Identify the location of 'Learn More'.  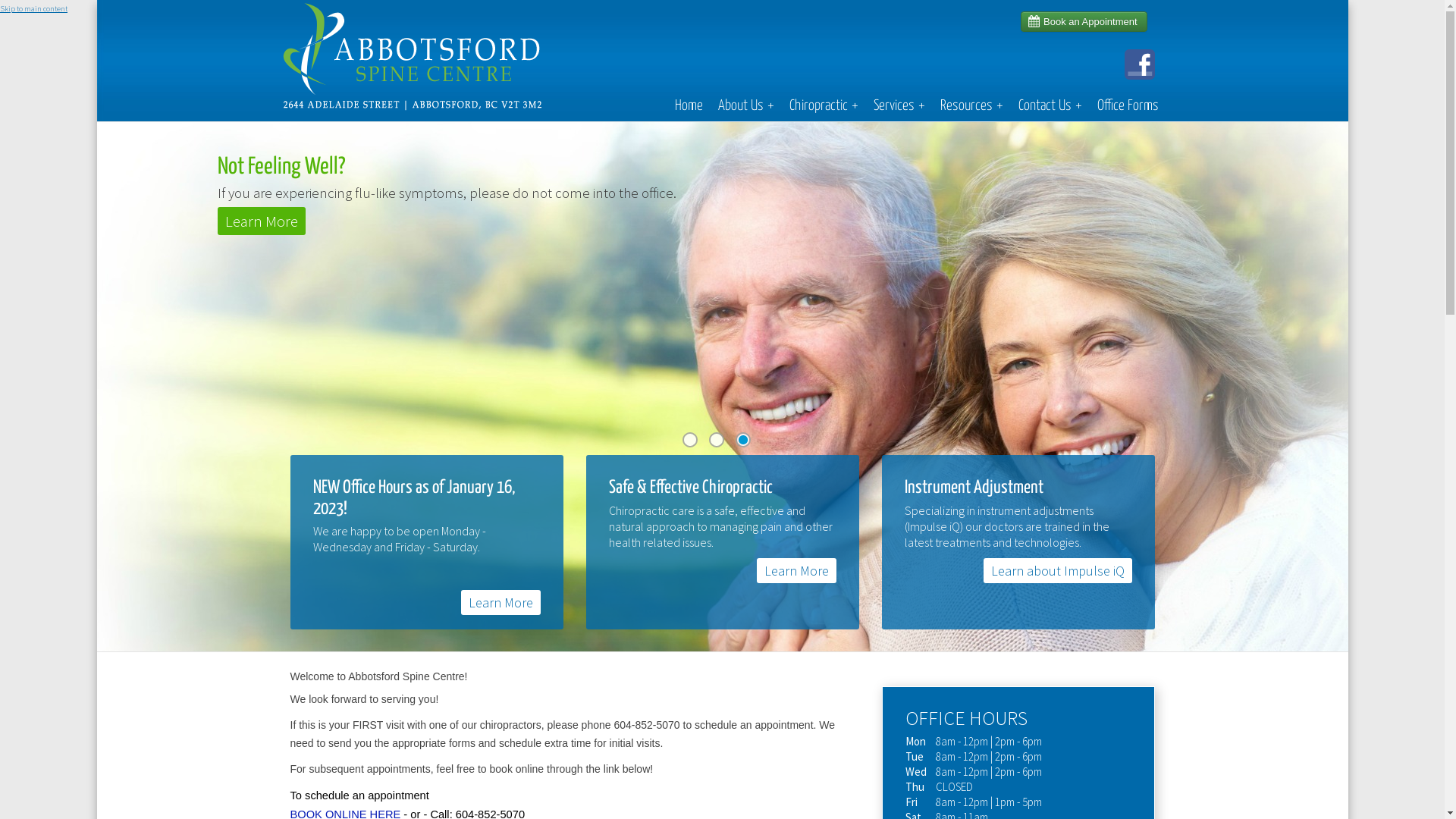
(265, 221).